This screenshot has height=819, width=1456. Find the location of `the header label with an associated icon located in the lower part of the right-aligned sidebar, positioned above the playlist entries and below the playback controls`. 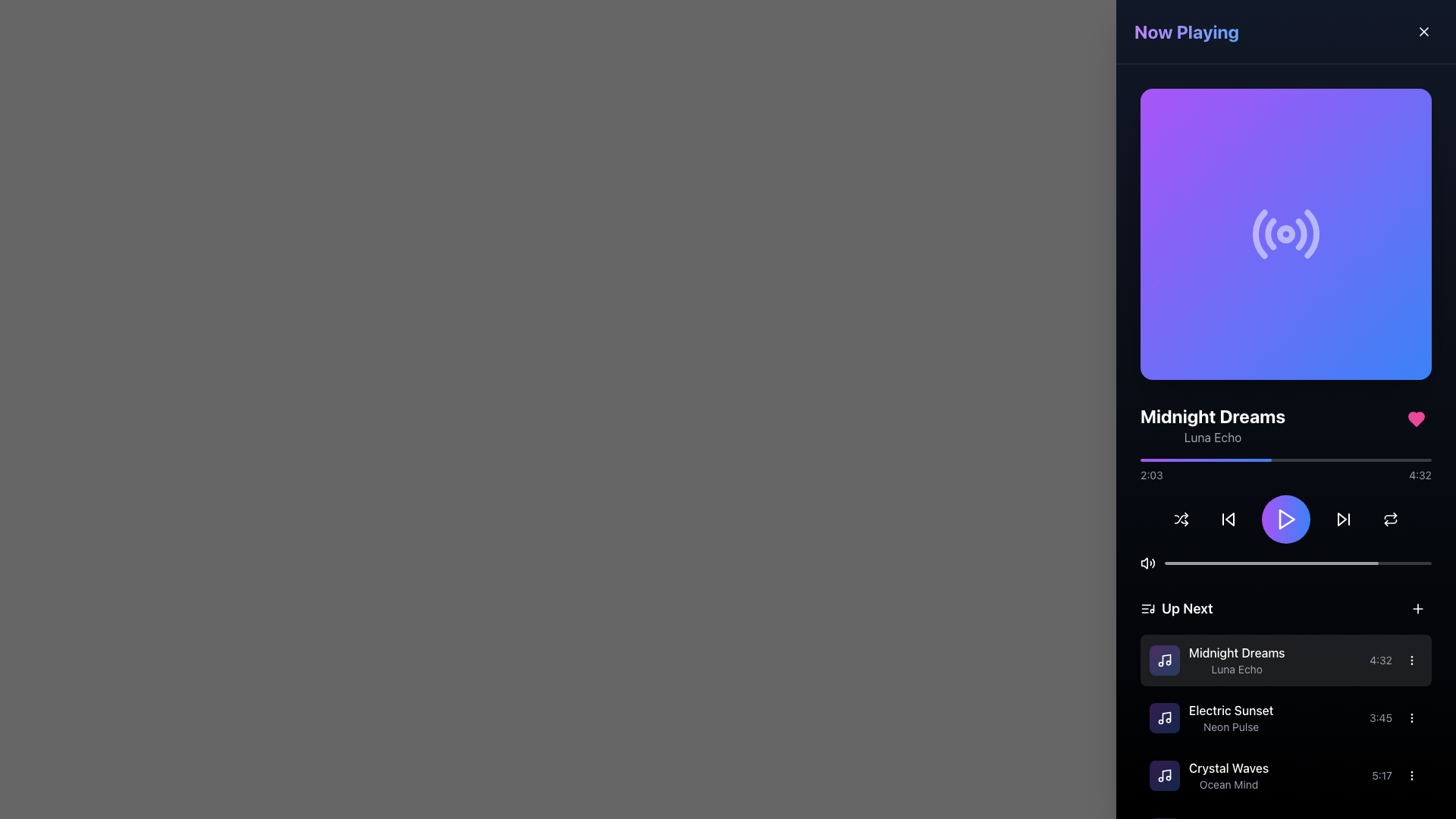

the header label with an associated icon located in the lower part of the right-aligned sidebar, positioned above the playlist entries and below the playback controls is located at coordinates (1175, 607).